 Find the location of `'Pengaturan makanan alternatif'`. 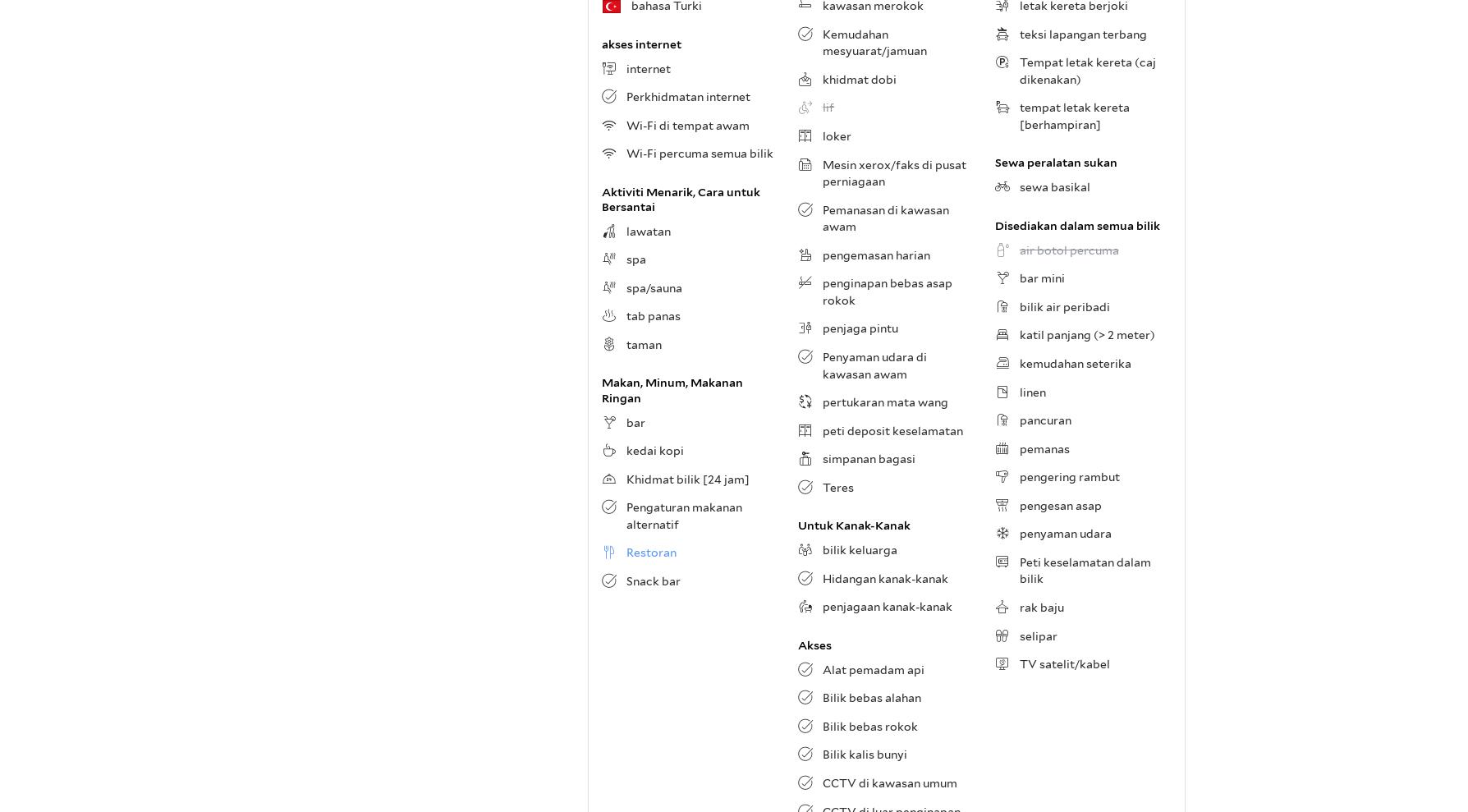

'Pengaturan makanan alternatif' is located at coordinates (683, 516).